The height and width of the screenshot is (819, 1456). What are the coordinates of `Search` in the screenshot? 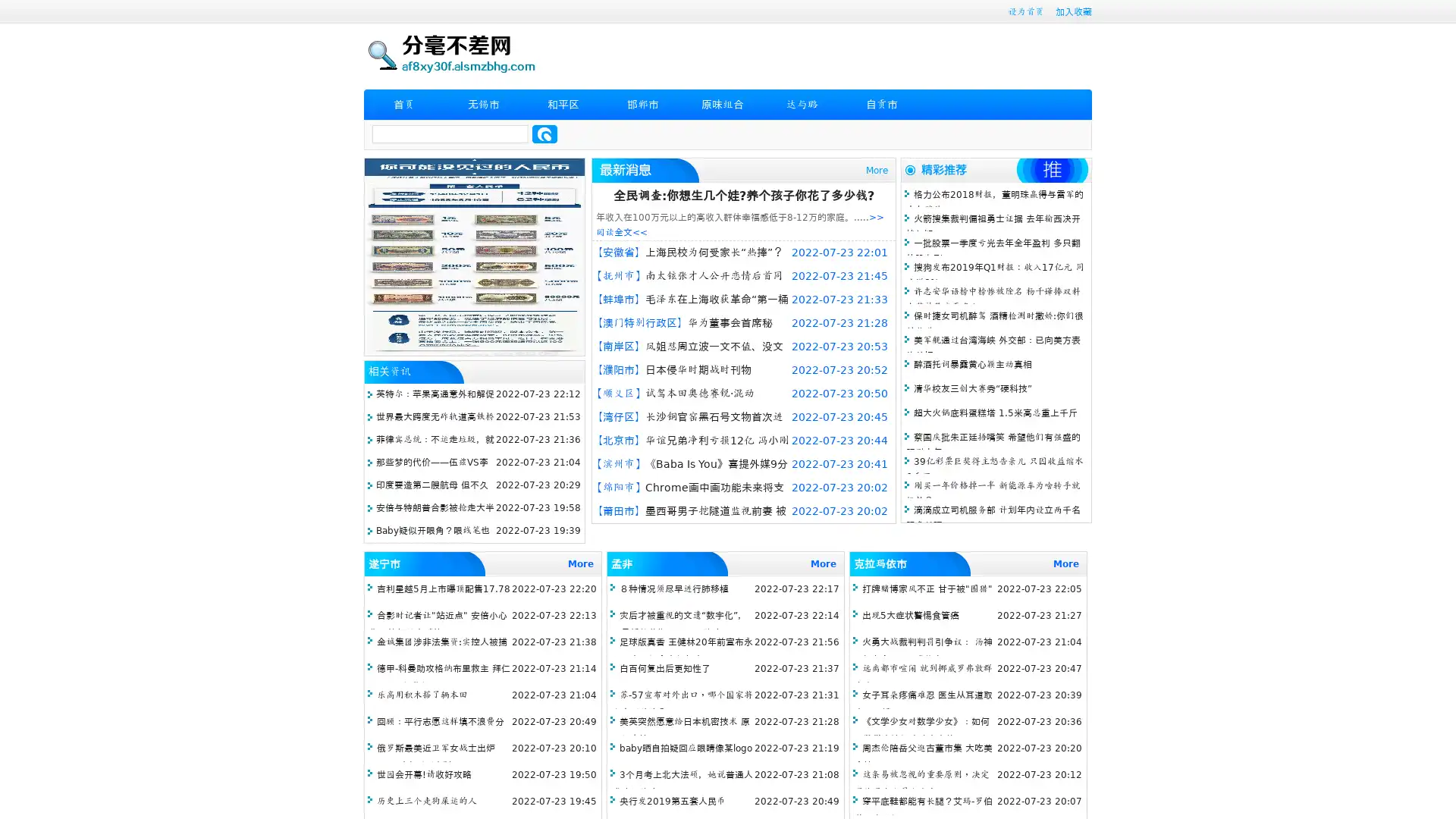 It's located at (544, 133).